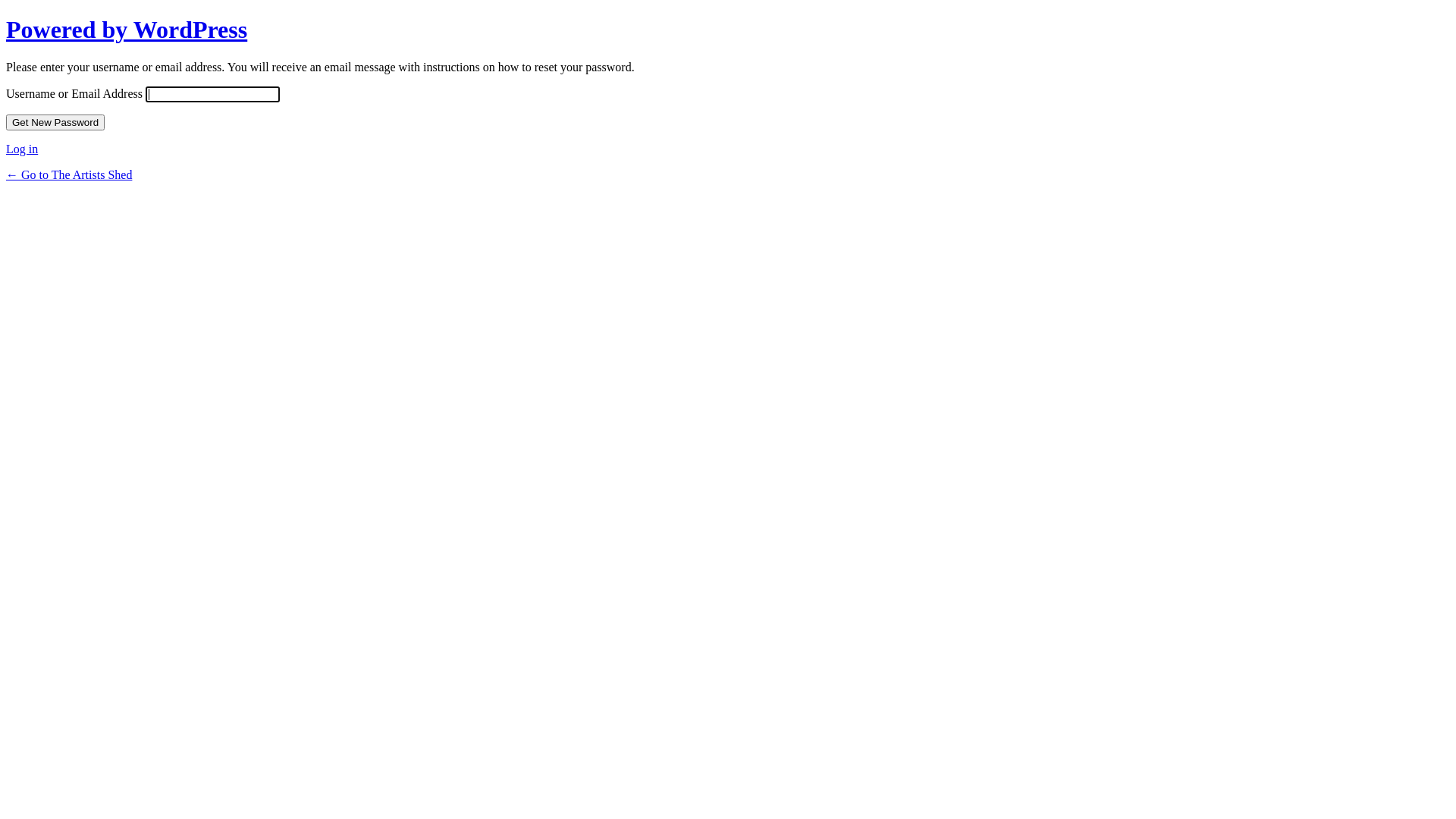  What do you see at coordinates (21, 149) in the screenshot?
I see `'Log in'` at bounding box center [21, 149].